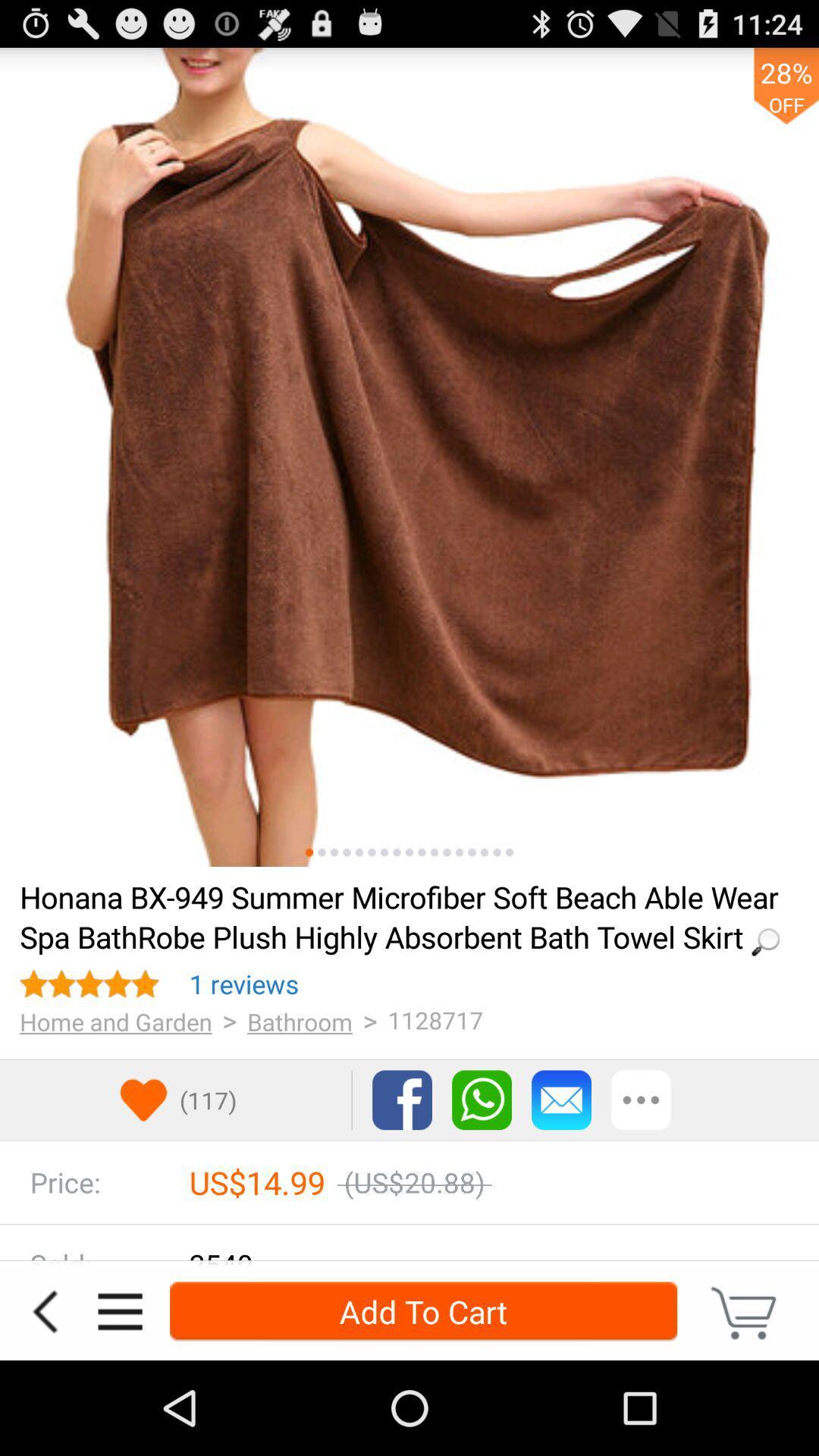  What do you see at coordinates (243, 984) in the screenshot?
I see `the icon below loading... item` at bounding box center [243, 984].